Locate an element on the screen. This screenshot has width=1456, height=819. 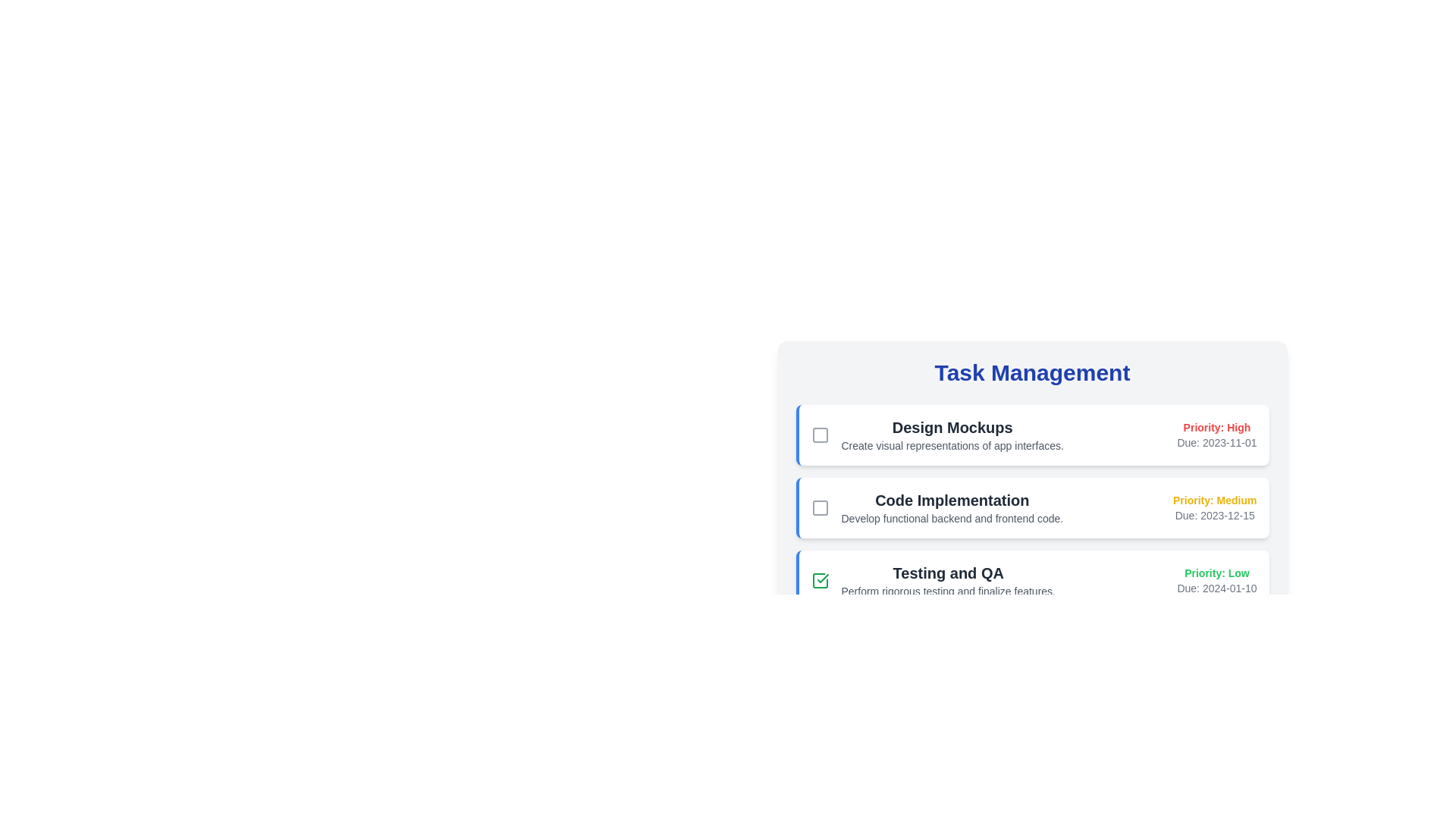
the checkbox that represents the state indicator for the 'Code Implementation' task, positioned directly to the left of its heading is located at coordinates (819, 508).